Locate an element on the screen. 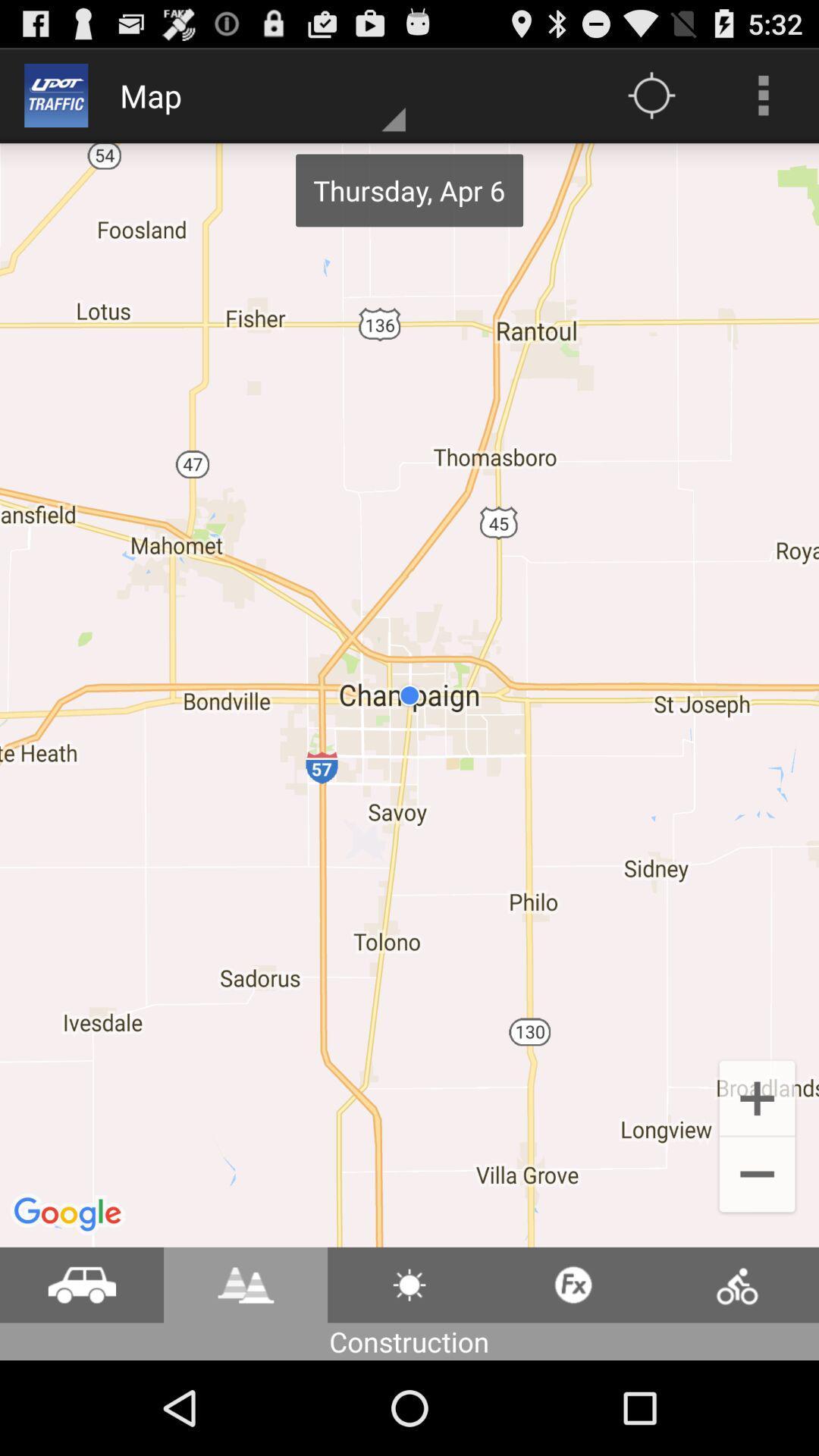 The image size is (819, 1456). the add icon is located at coordinates (757, 1173).